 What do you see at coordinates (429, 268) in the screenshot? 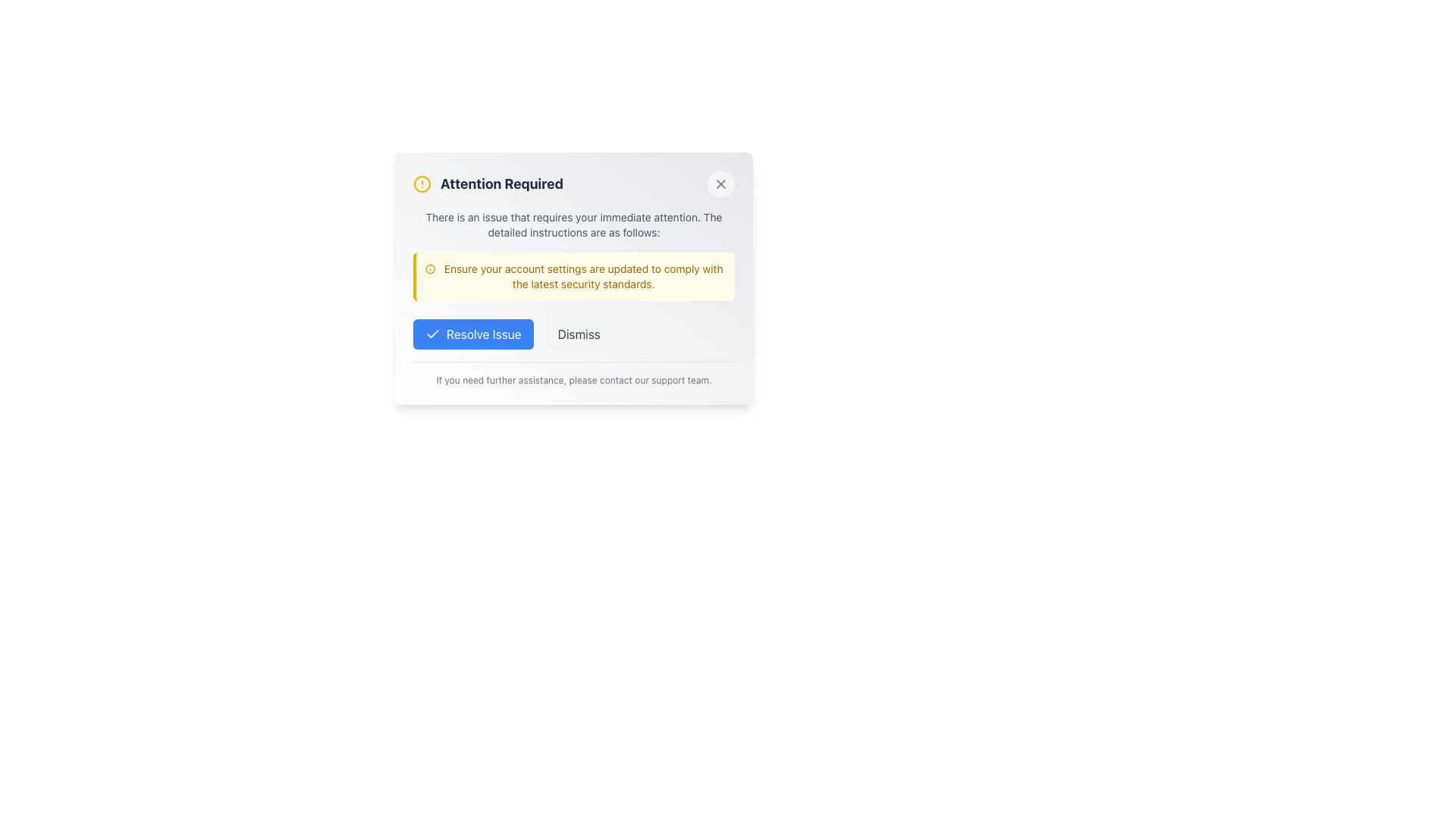
I see `the outermost circle element of the icon located to the left of the 'Attention Required' heading within the alert box` at bounding box center [429, 268].